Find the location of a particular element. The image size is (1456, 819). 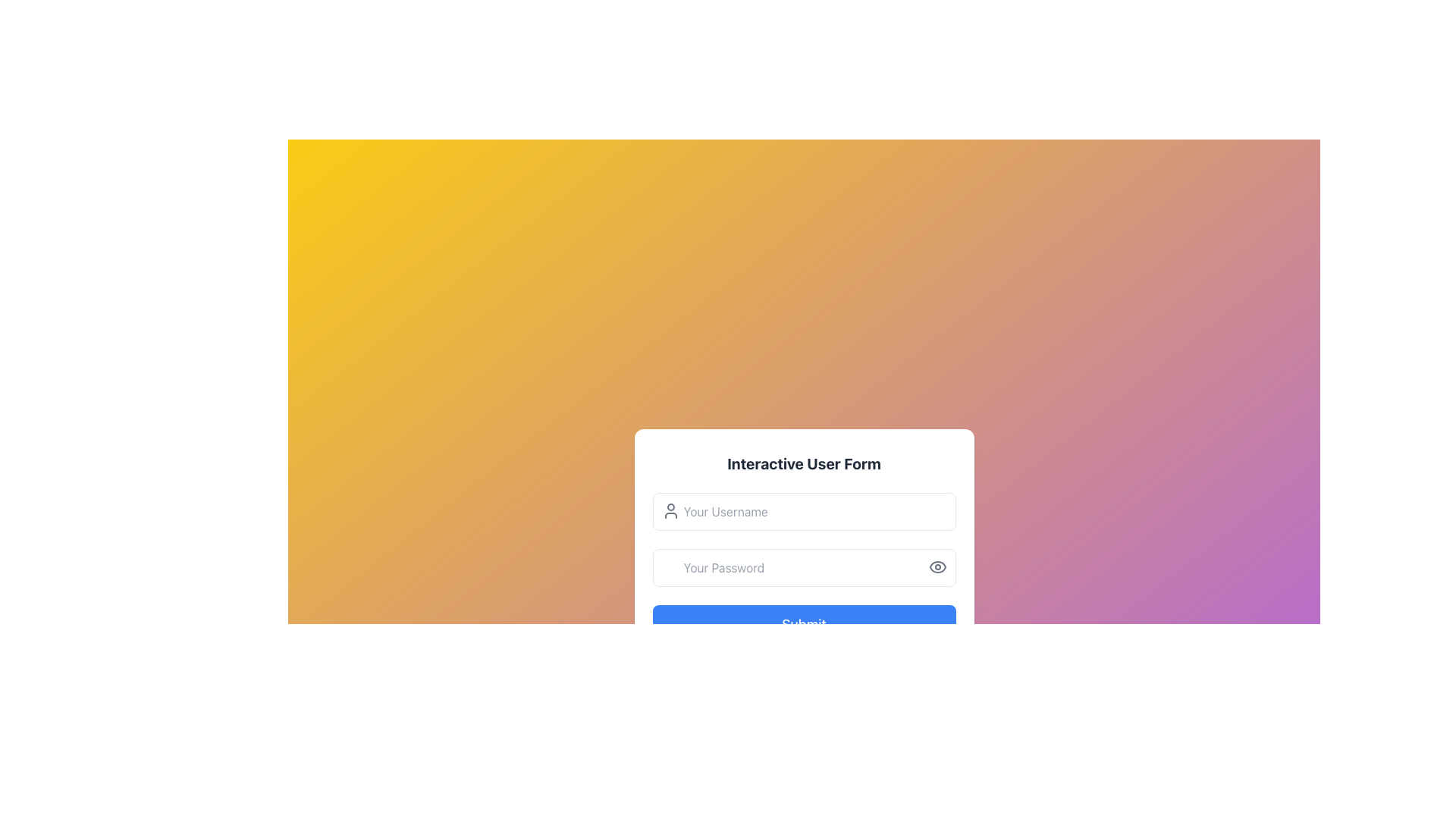

the submission button located at the bottom of the form is located at coordinates (803, 625).